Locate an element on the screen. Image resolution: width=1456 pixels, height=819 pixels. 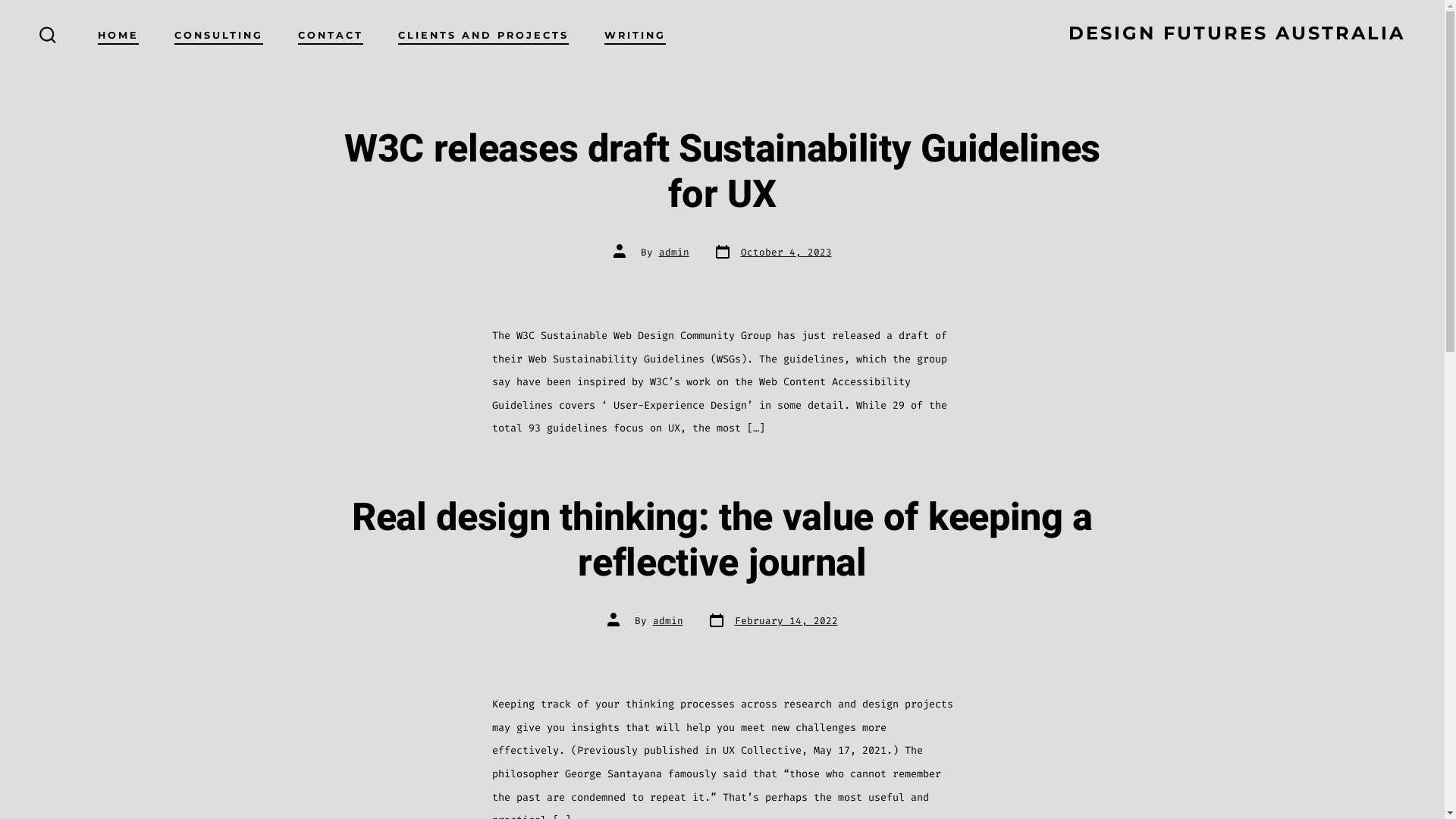
'Post date is located at coordinates (771, 252).